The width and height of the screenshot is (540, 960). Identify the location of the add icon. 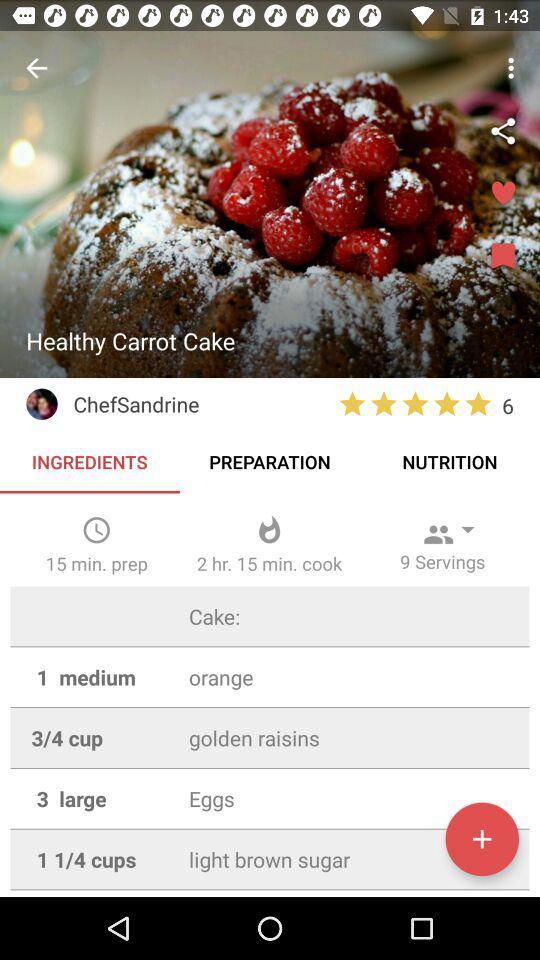
(481, 839).